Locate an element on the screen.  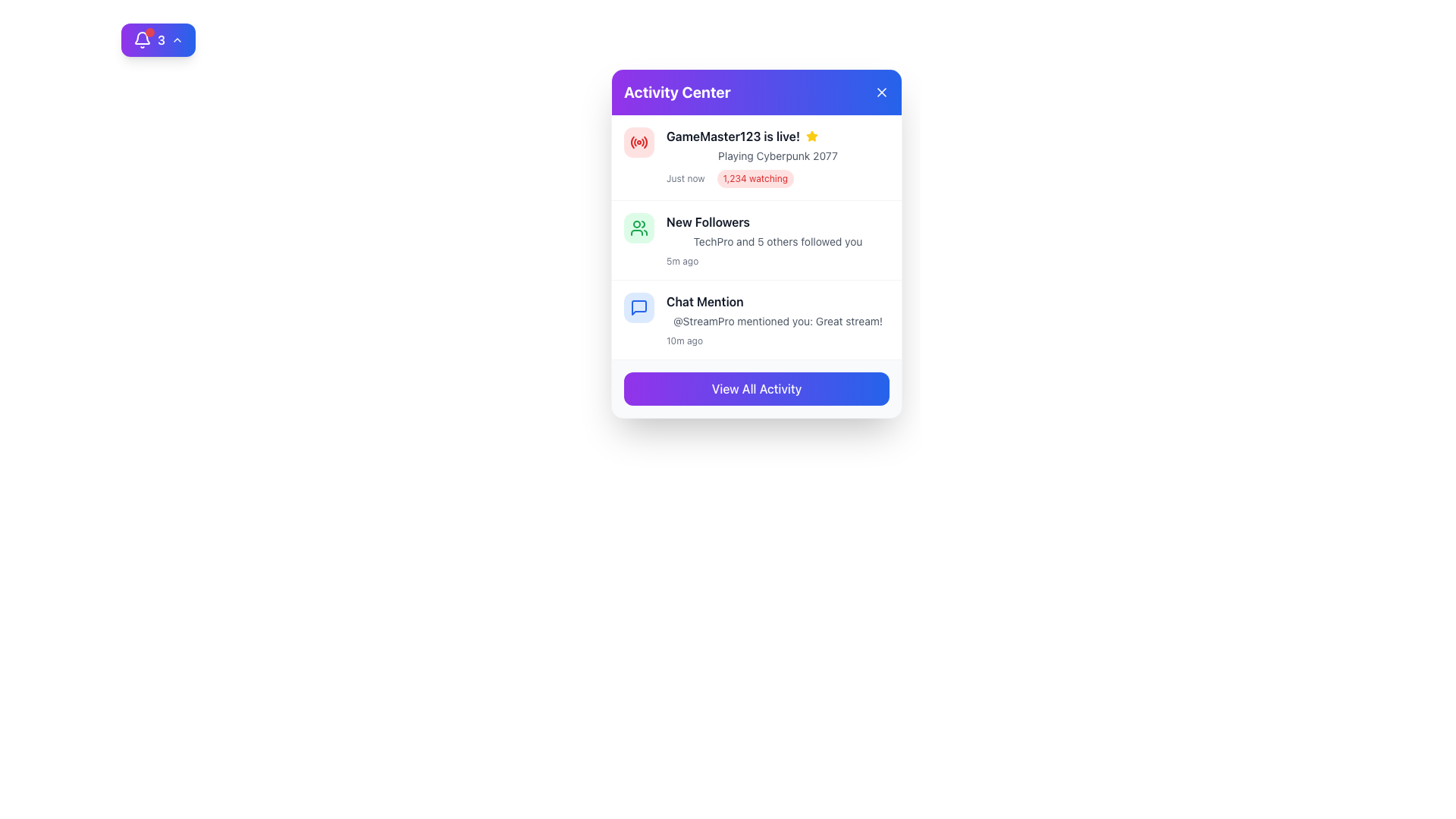
the chevron icon located at the rightmost position of a horizontal stack in the rounded notification button, which follows the number '3' displayed in white is located at coordinates (177, 39).